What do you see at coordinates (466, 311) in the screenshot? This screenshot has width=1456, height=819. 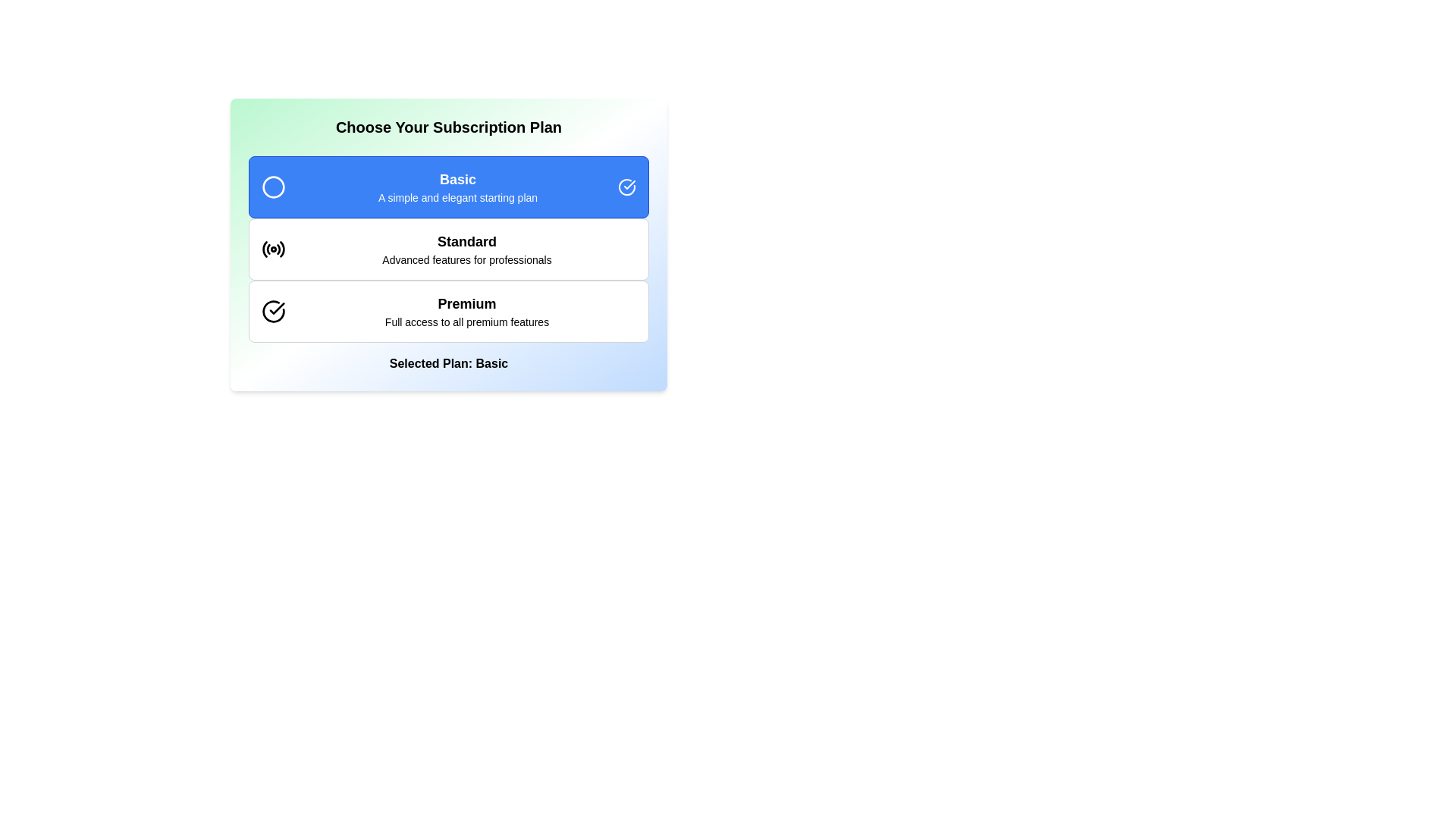 I see `information from the text block element that displays 'Premium' and 'Full access to all premium features', which is the third in a vertical list of subscription options` at bounding box center [466, 311].